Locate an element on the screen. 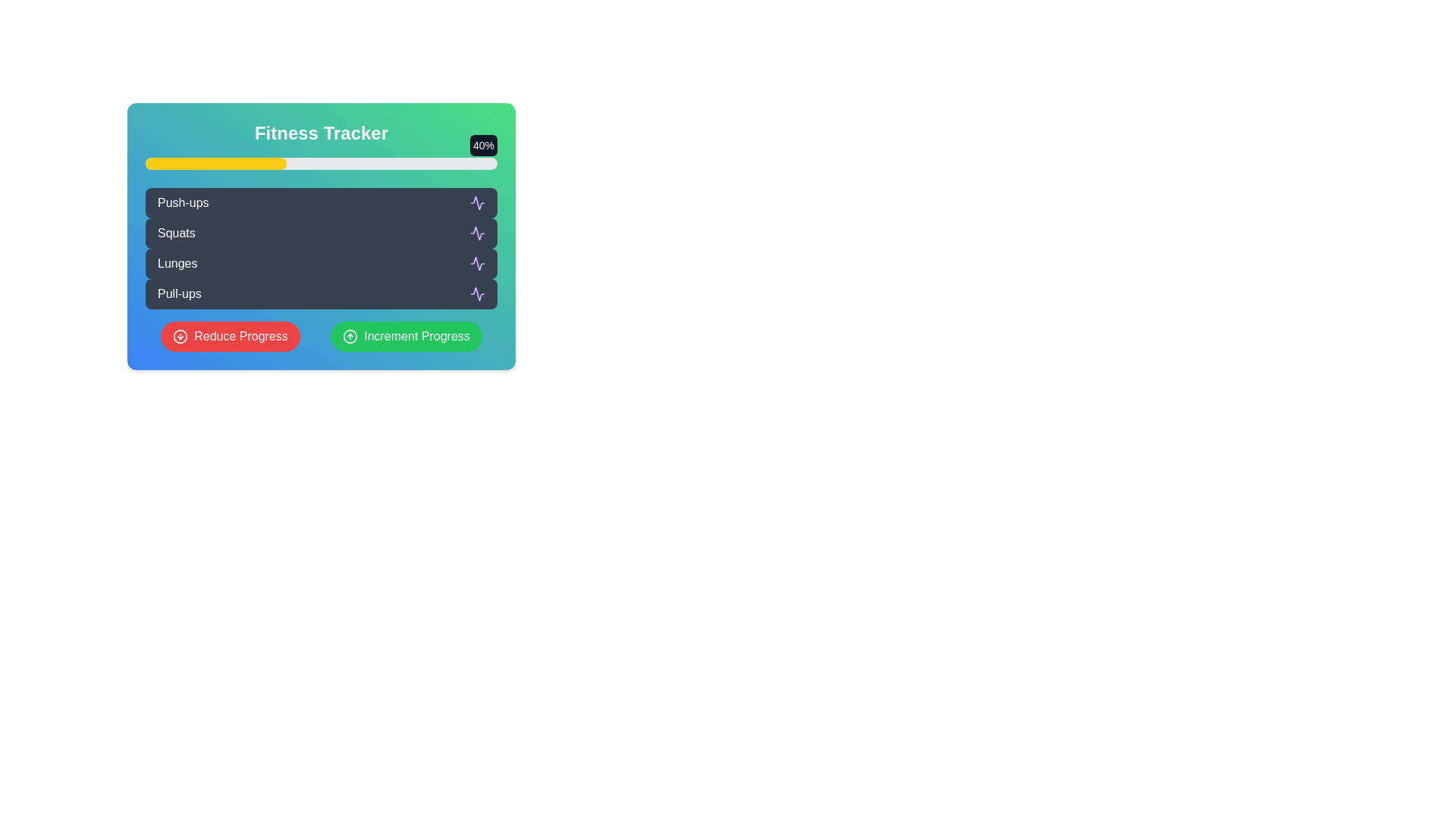 This screenshot has width=1456, height=819. the text label representing the exercise name 'Squats' located in the second row of a vertically listed group within a fitness tracker interface is located at coordinates (176, 234).